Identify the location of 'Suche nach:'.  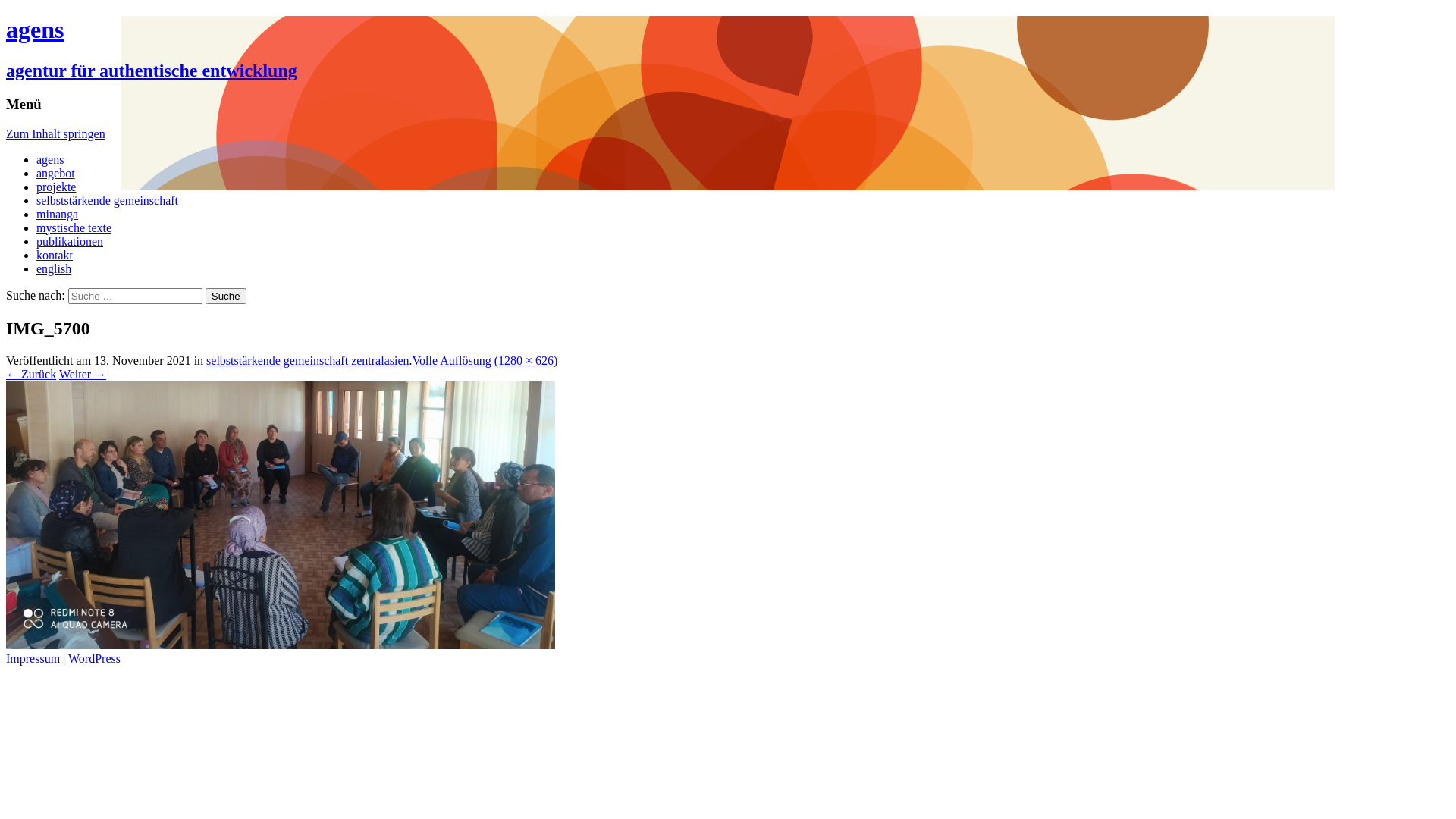
(135, 296).